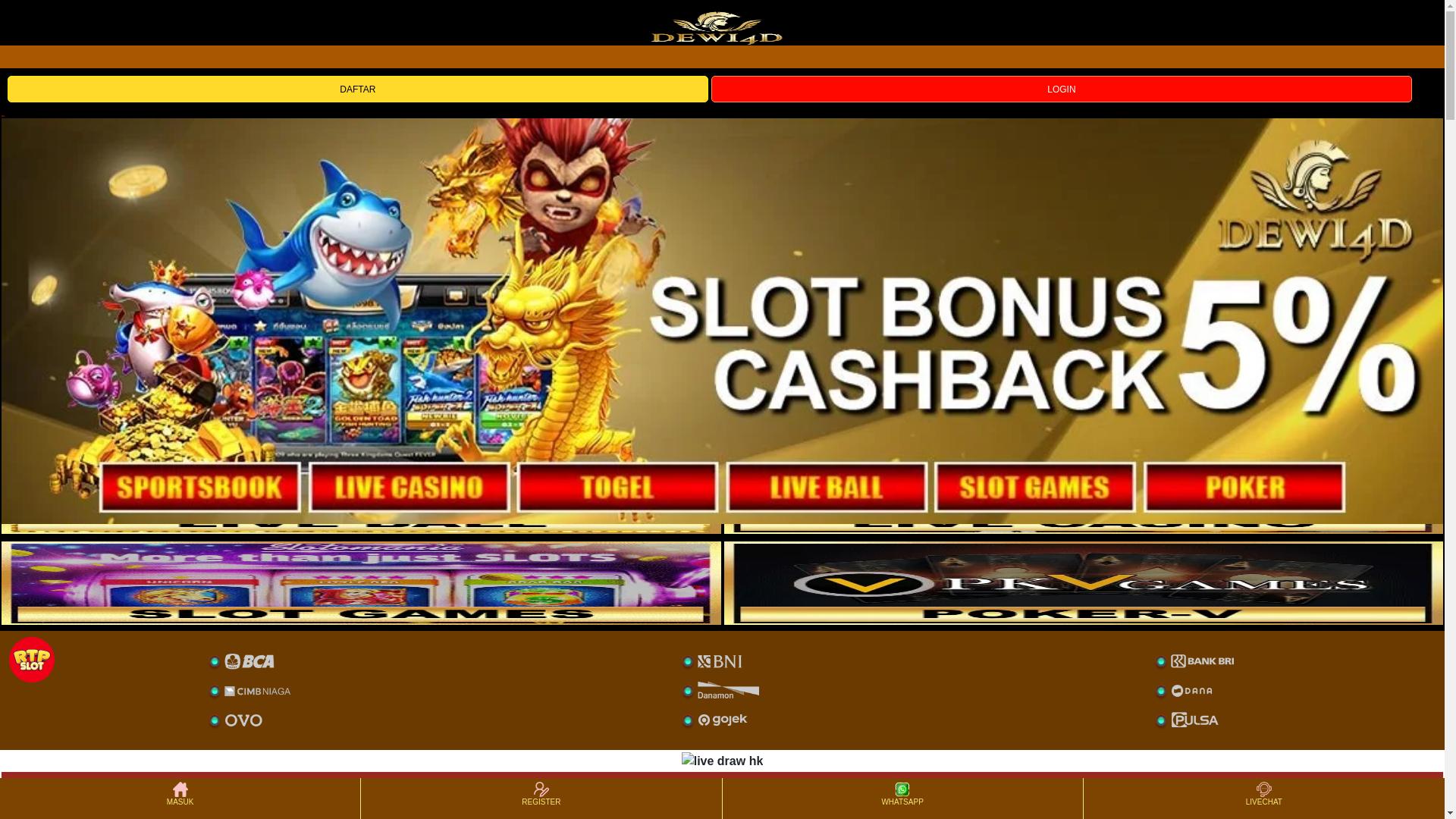 Image resolution: width=1456 pixels, height=819 pixels. What do you see at coordinates (1061, 88) in the screenshot?
I see `'LOGIN'` at bounding box center [1061, 88].